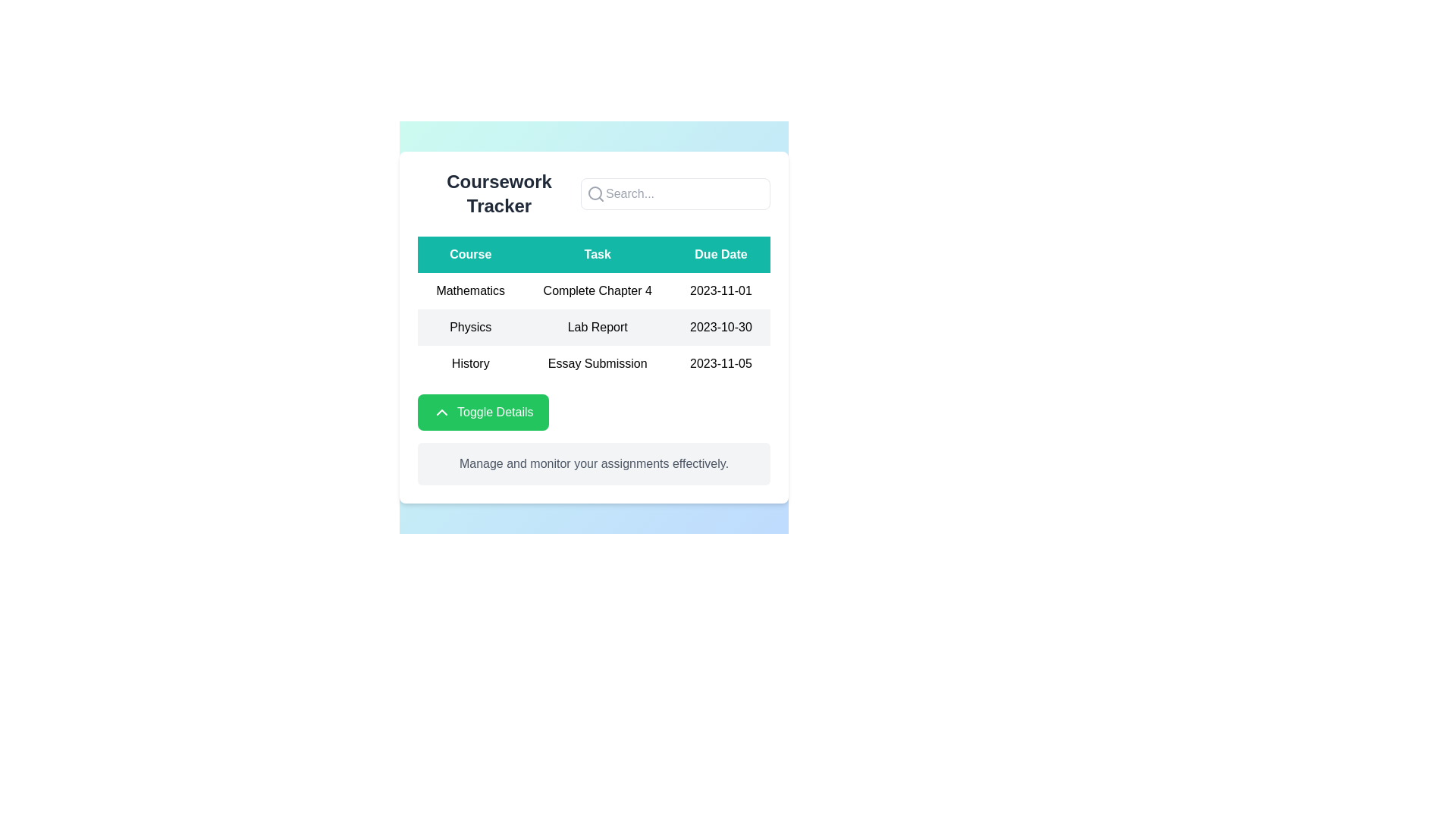 This screenshot has height=819, width=1456. I want to click on the upward pointing chevron icon inside the green 'Toggle Details' button to trigger hover effects, so click(441, 412).